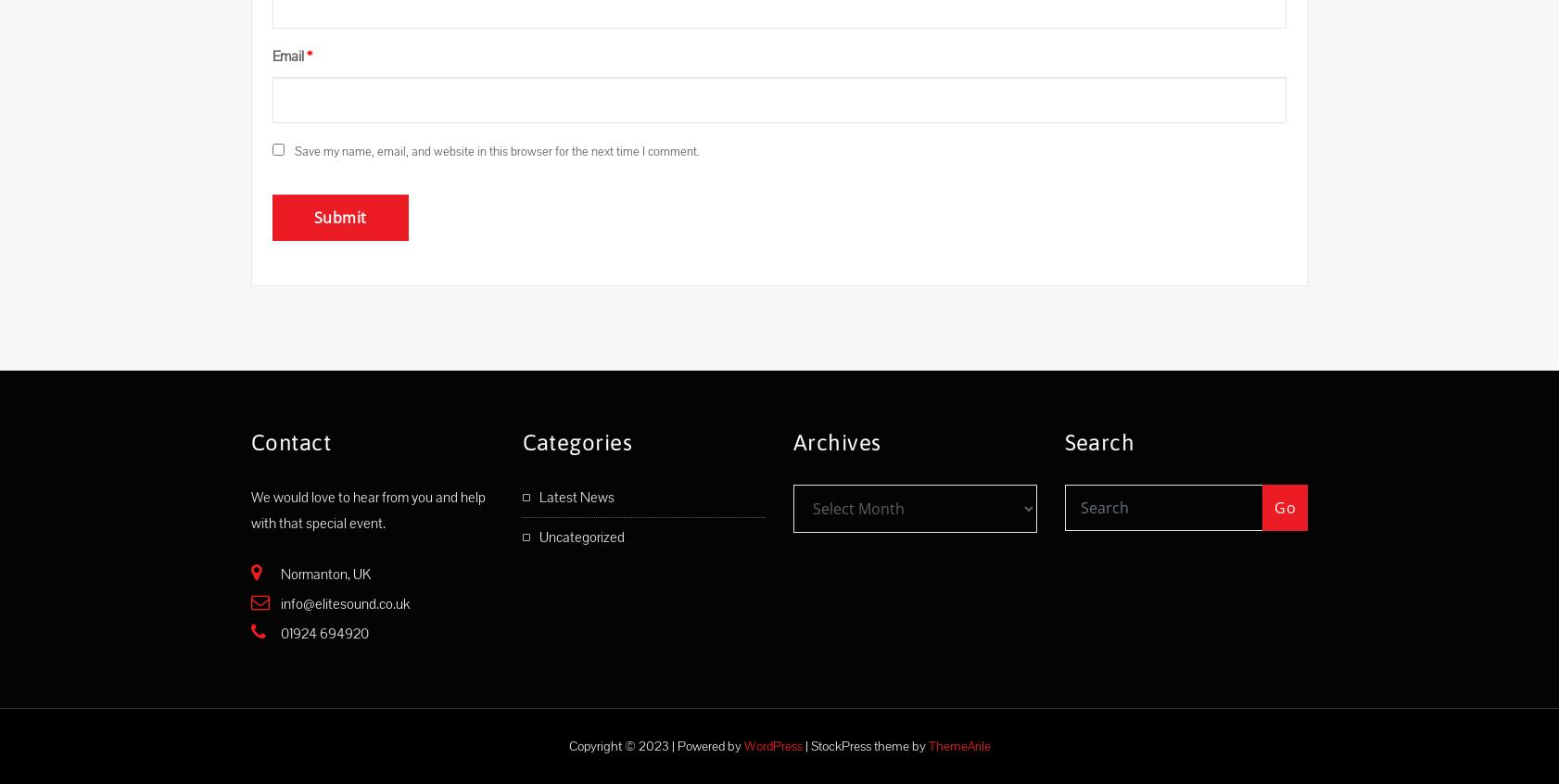 This screenshot has width=1559, height=784. I want to click on 'Search', so click(1097, 440).